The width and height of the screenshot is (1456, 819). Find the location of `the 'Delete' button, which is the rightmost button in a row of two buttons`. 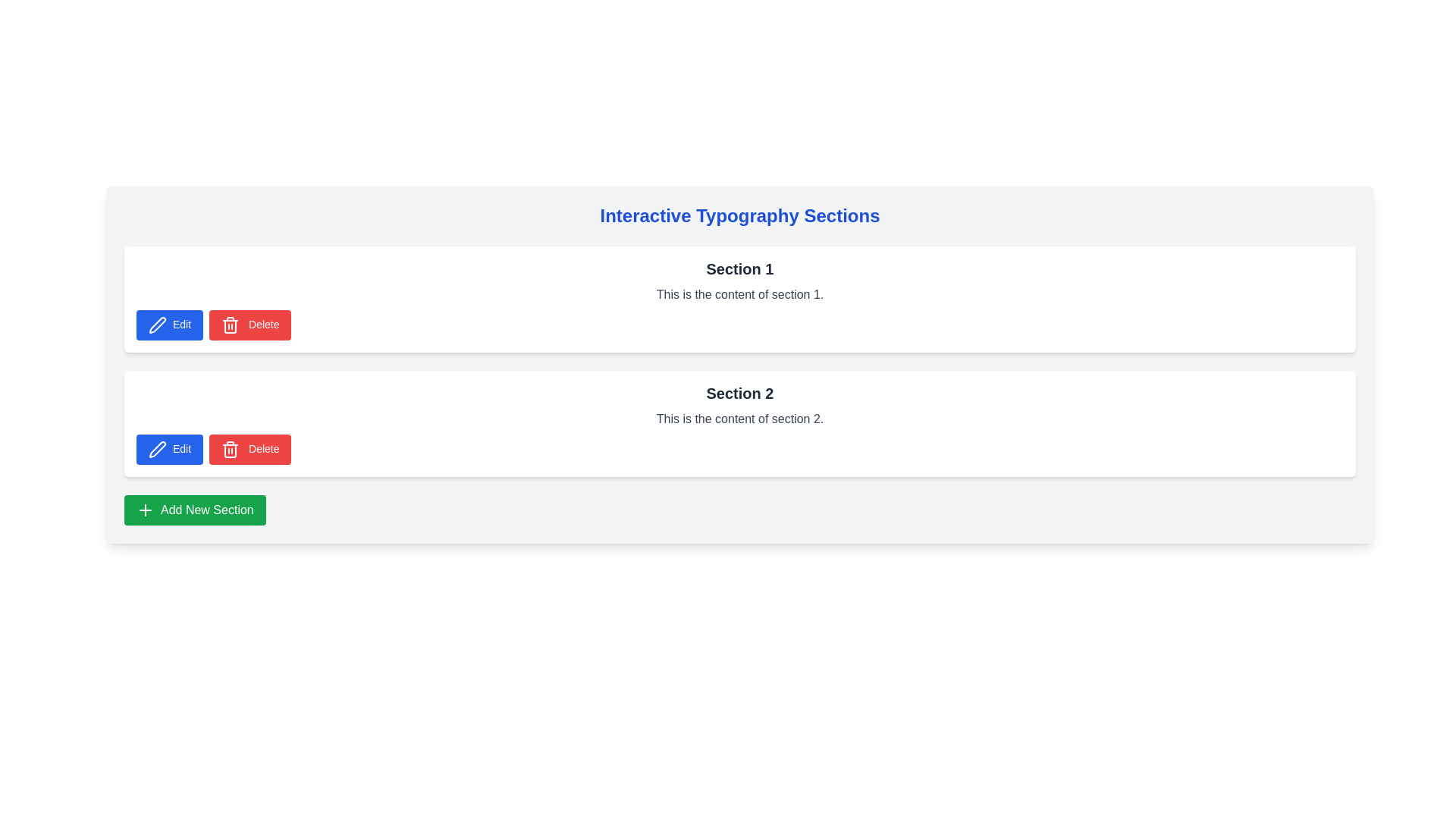

the 'Delete' button, which is the rightmost button in a row of two buttons is located at coordinates (250, 449).